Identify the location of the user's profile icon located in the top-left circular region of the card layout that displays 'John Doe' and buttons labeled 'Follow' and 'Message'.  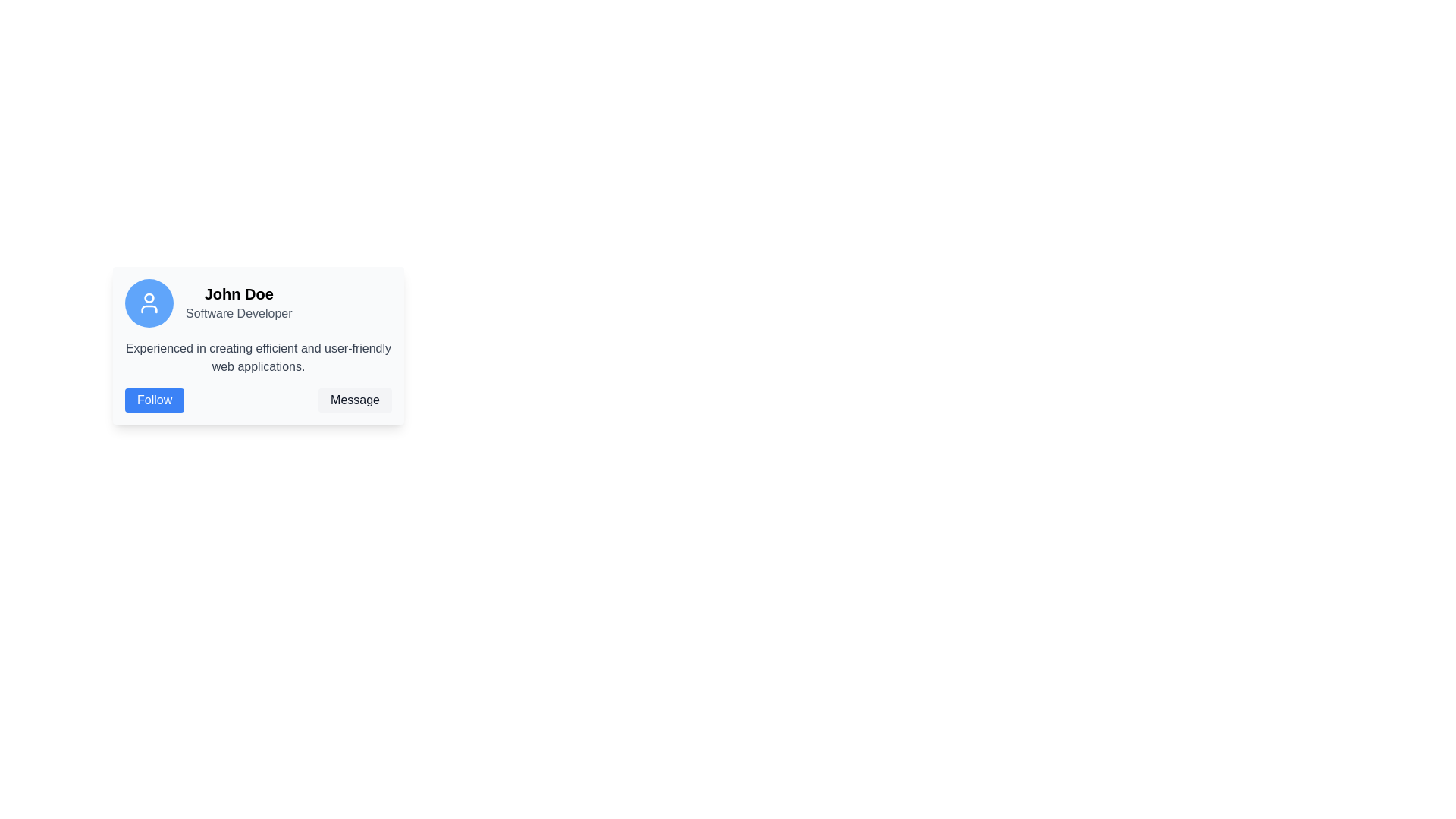
(149, 303).